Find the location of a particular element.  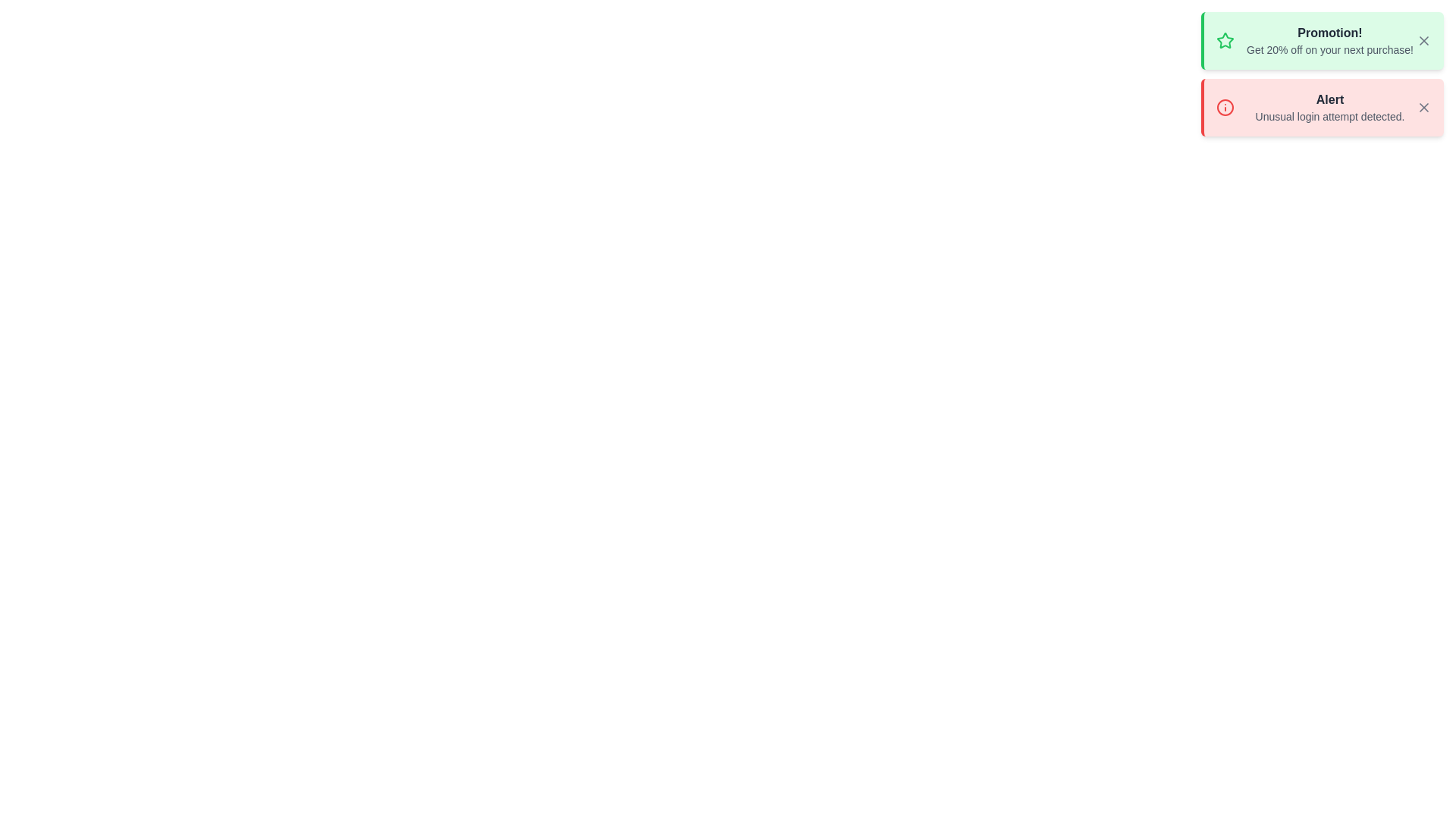

promotional message displayed in the central text block that says 'Promotion!' and 'Get 20% off on your next purchase!' within the light green notification box is located at coordinates (1329, 40).